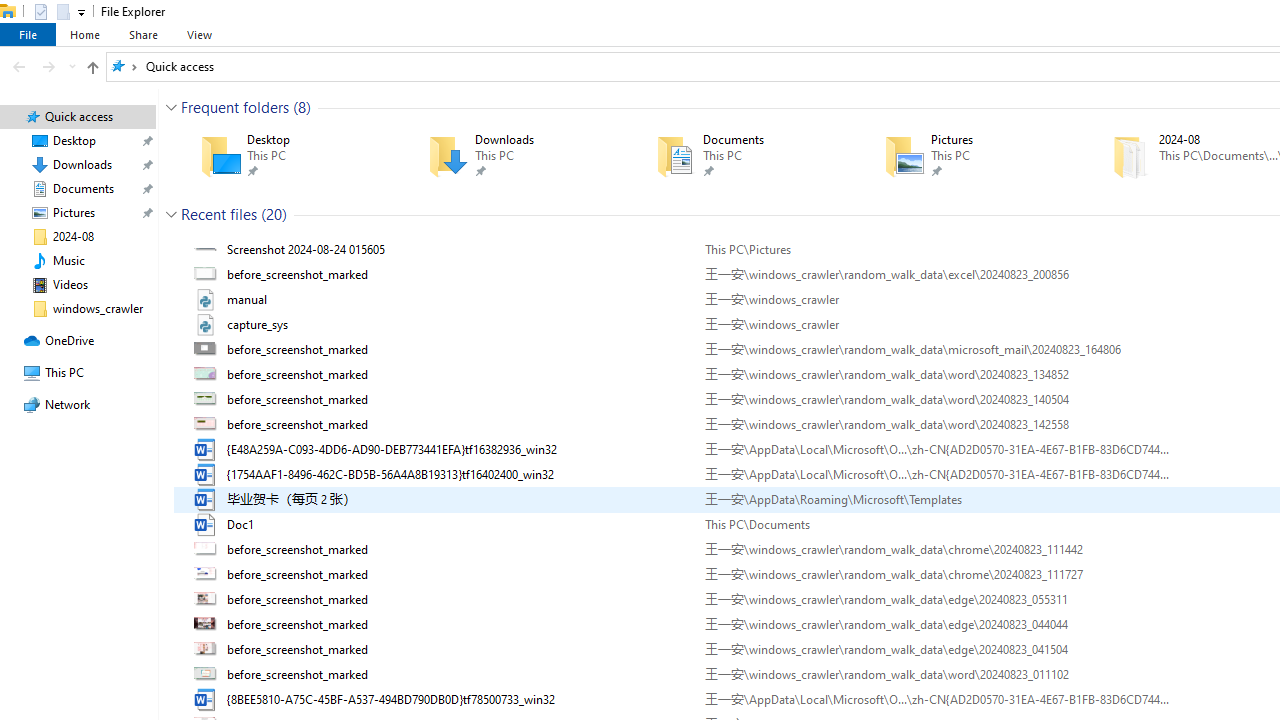 This screenshot has height=720, width=1280. I want to click on 'Up to "Desktop" (Alt + Up Arrow)', so click(91, 67).